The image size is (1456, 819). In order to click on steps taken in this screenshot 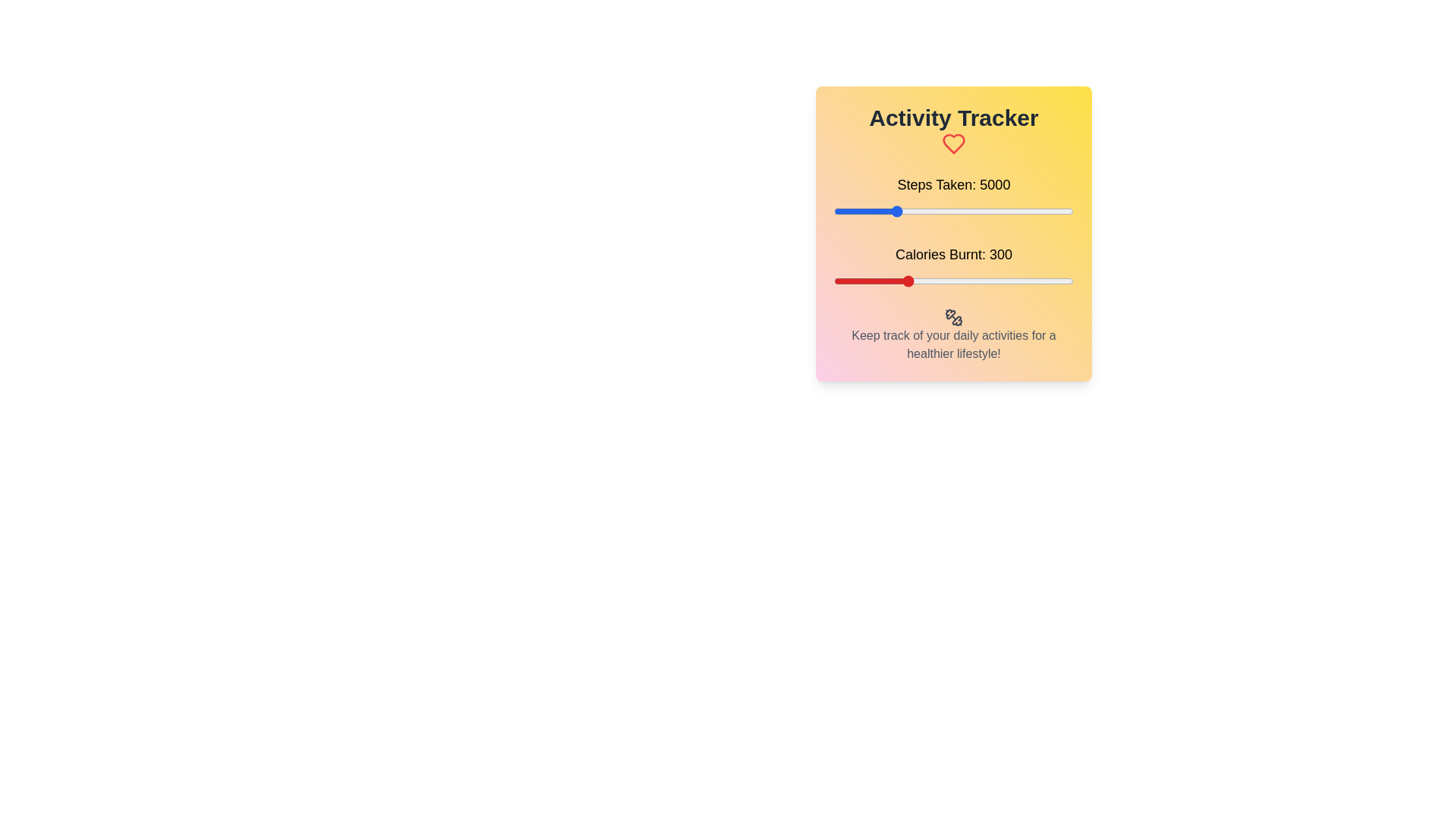, I will do `click(1053, 211)`.